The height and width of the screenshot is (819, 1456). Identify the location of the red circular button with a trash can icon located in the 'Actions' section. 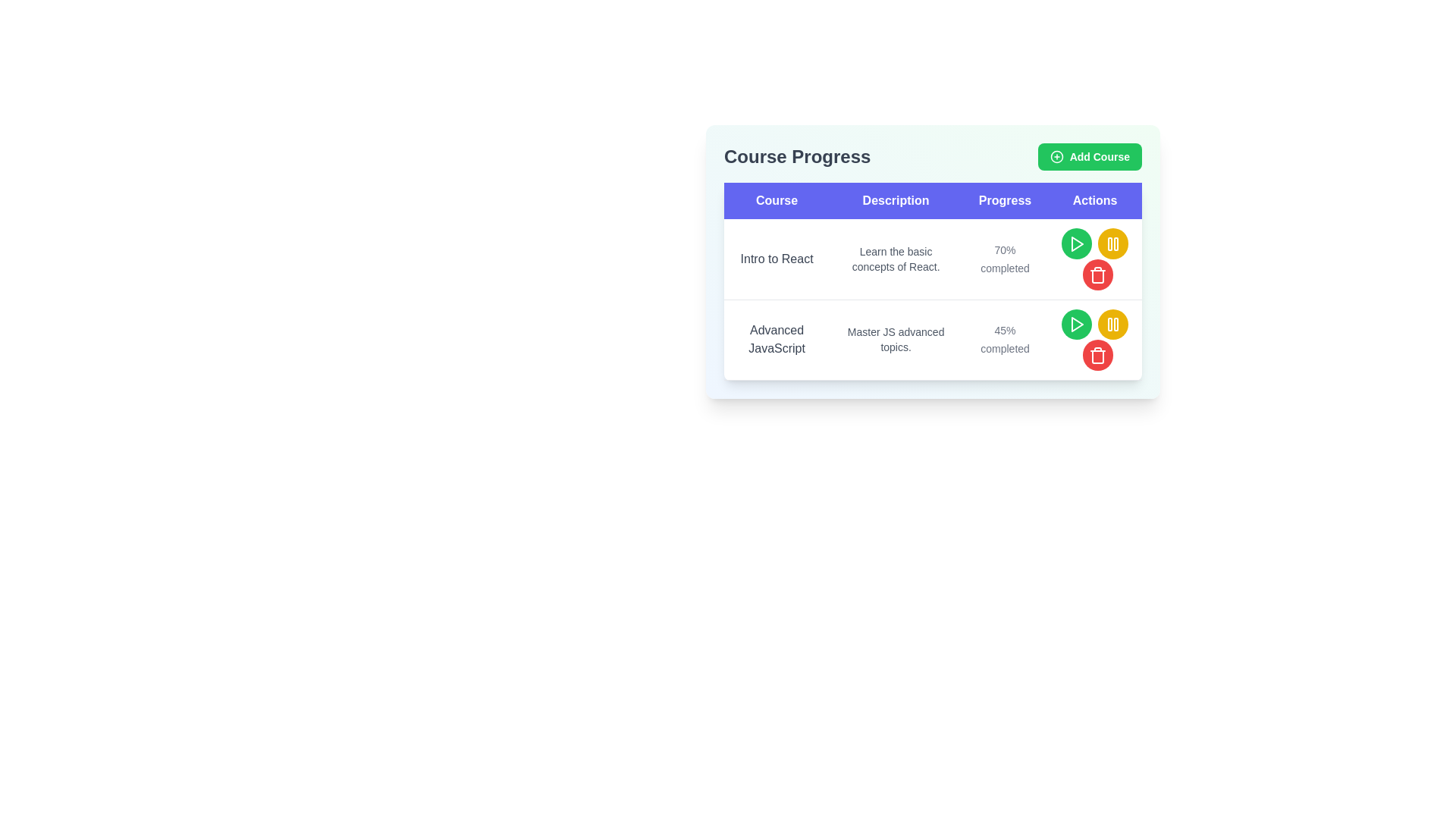
(1098, 275).